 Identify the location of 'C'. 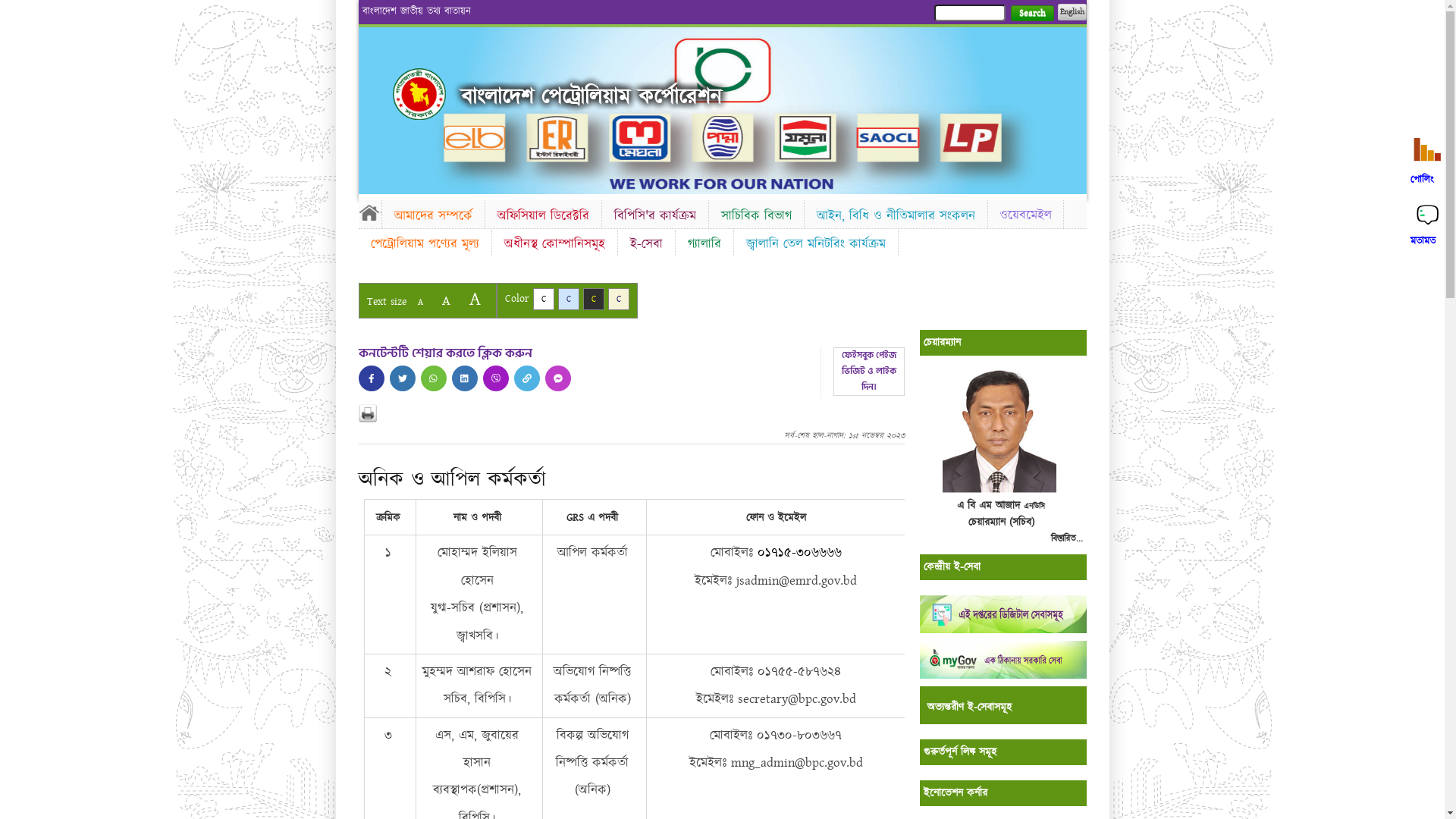
(542, 299).